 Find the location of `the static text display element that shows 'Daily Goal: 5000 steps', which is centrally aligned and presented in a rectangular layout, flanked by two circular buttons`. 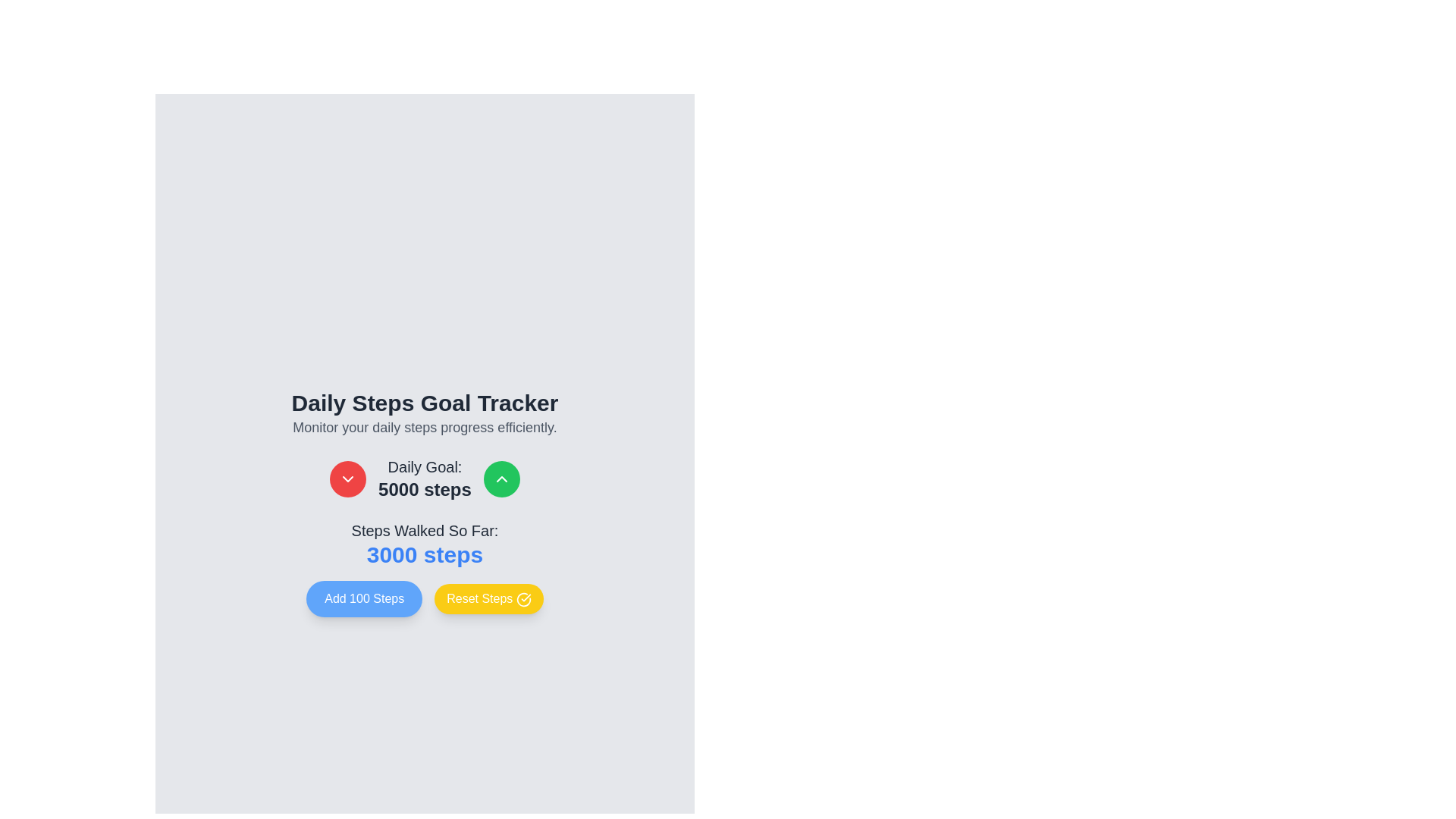

the static text display element that shows 'Daily Goal: 5000 steps', which is centrally aligned and presented in a rectangular layout, flanked by two circular buttons is located at coordinates (425, 479).